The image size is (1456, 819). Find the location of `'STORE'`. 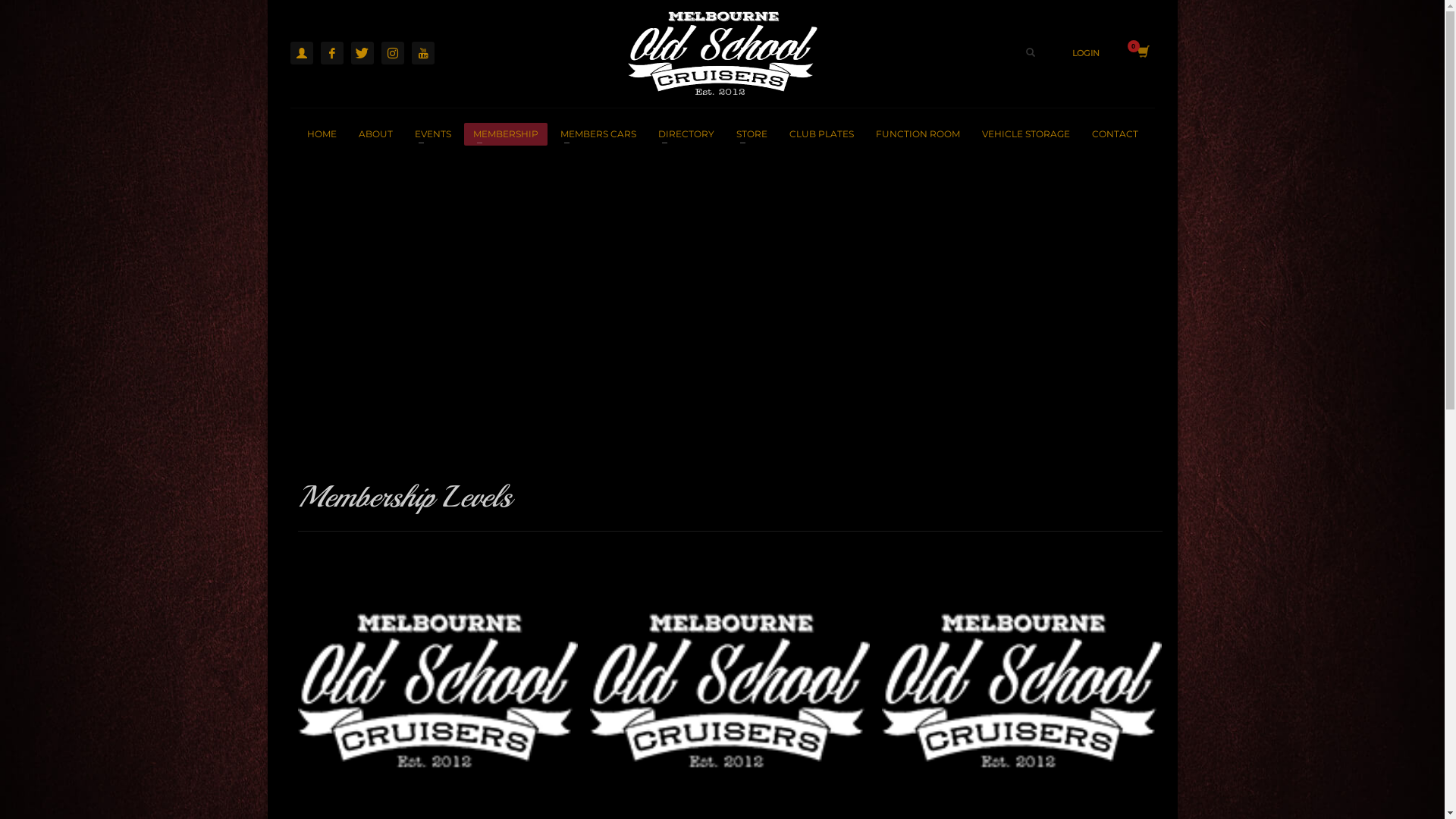

'STORE' is located at coordinates (751, 133).